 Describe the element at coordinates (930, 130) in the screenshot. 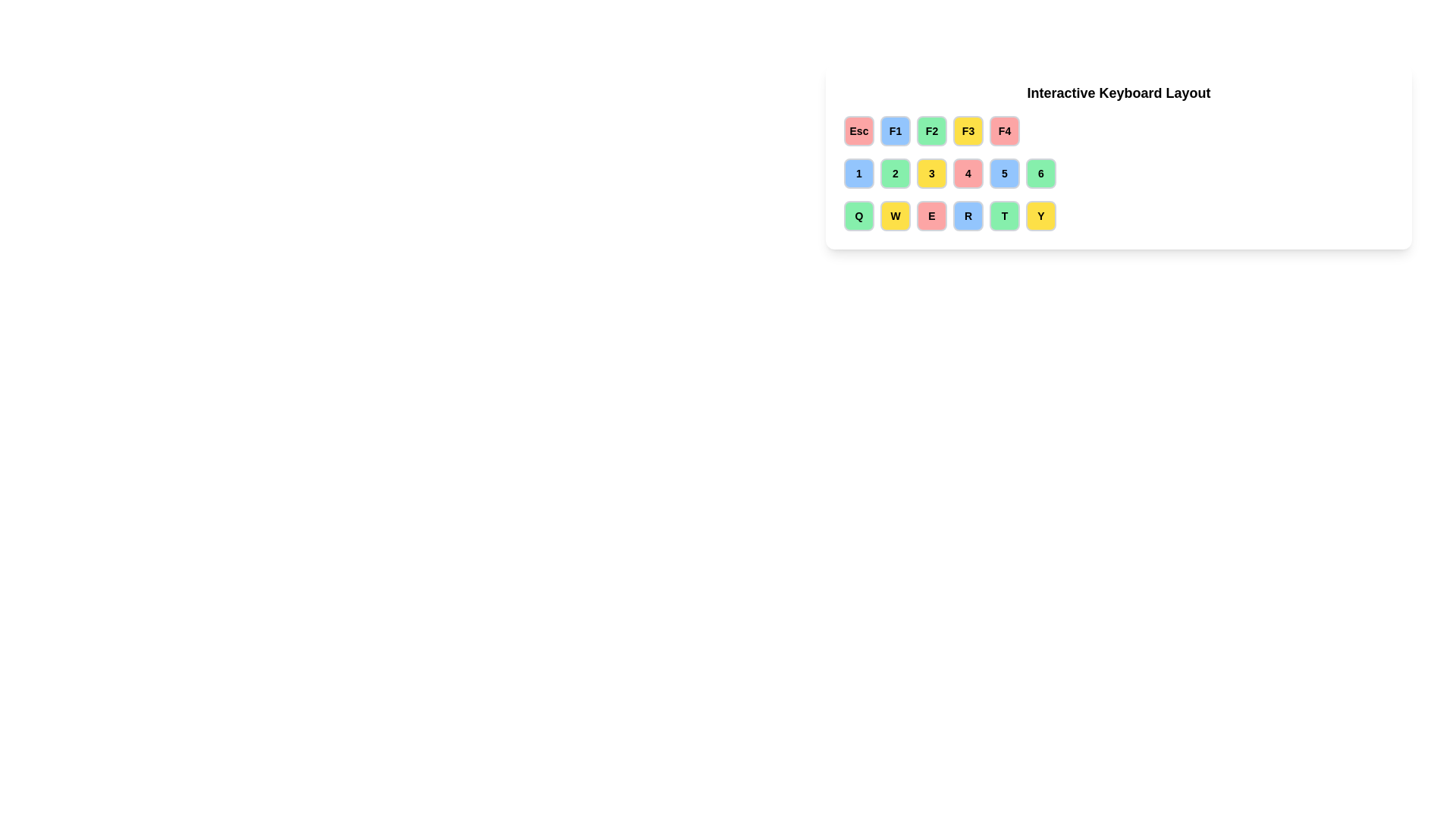

I see `the square button with a green background, gray border, and bold black text 'F2' located between the 'F1' and 'F3' buttons` at that location.